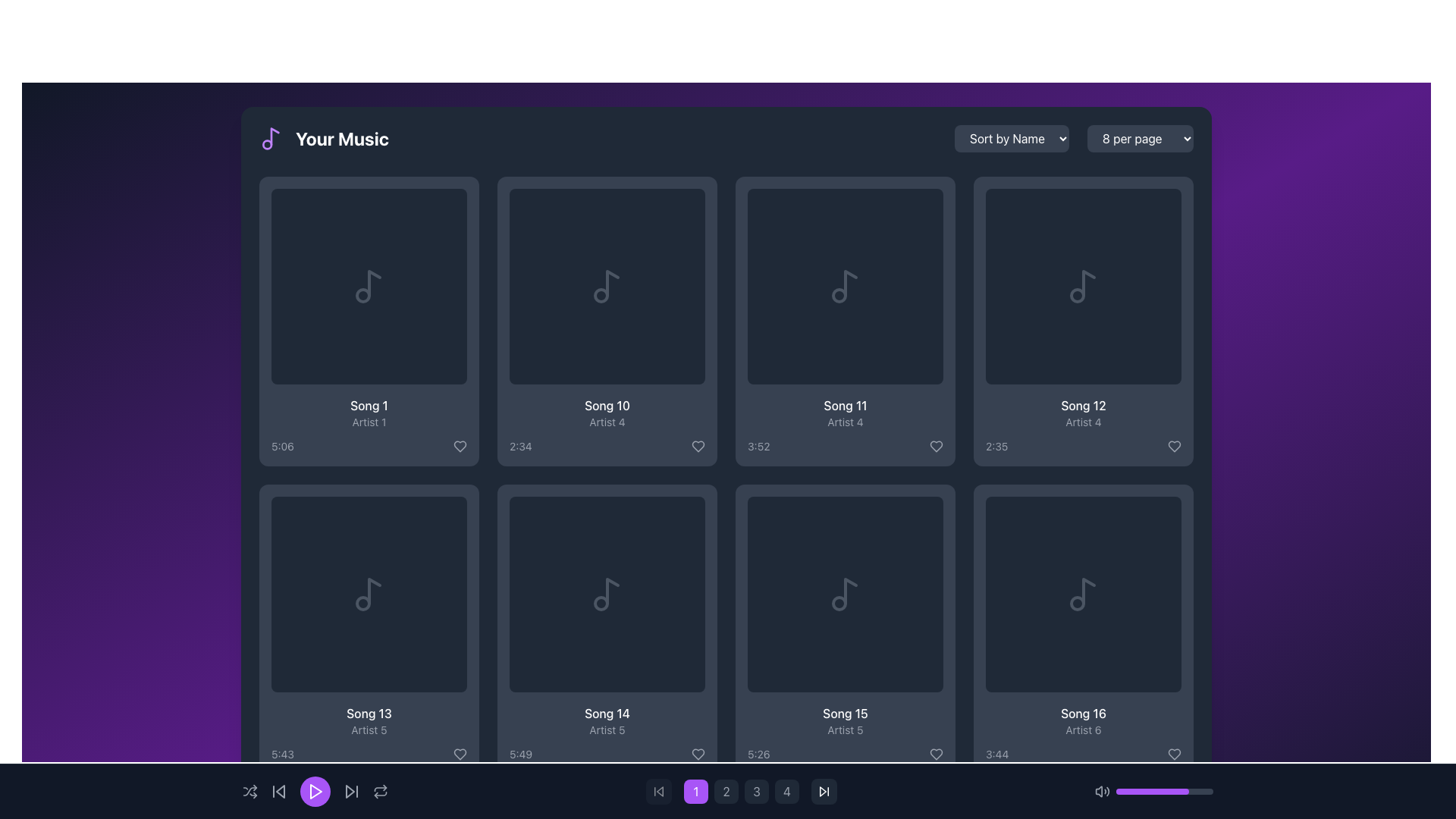  What do you see at coordinates (351, 791) in the screenshot?
I see `the sixth button from the left` at bounding box center [351, 791].